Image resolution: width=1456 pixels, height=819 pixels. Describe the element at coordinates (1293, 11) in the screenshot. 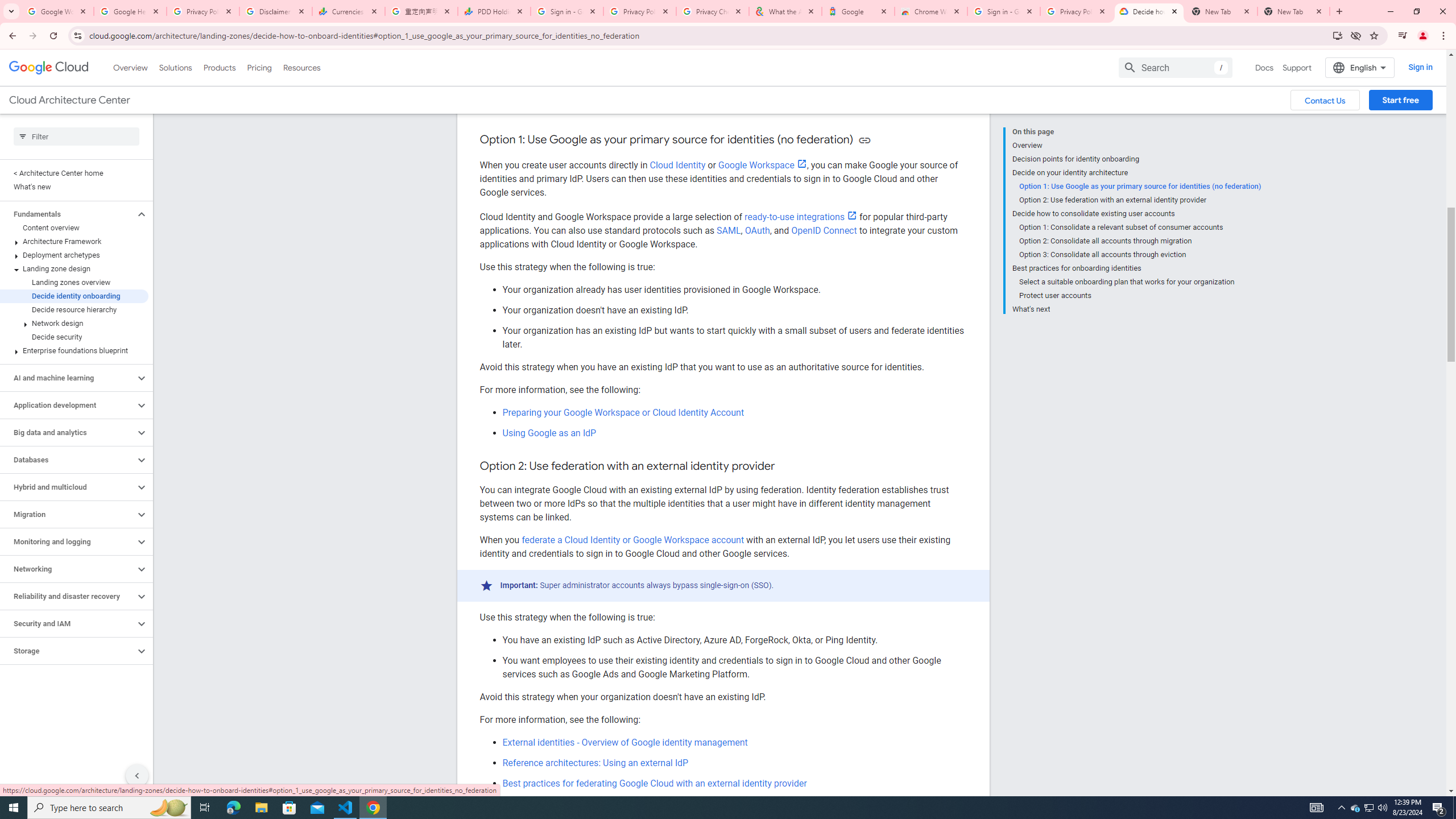

I see `'New Tab'` at that location.